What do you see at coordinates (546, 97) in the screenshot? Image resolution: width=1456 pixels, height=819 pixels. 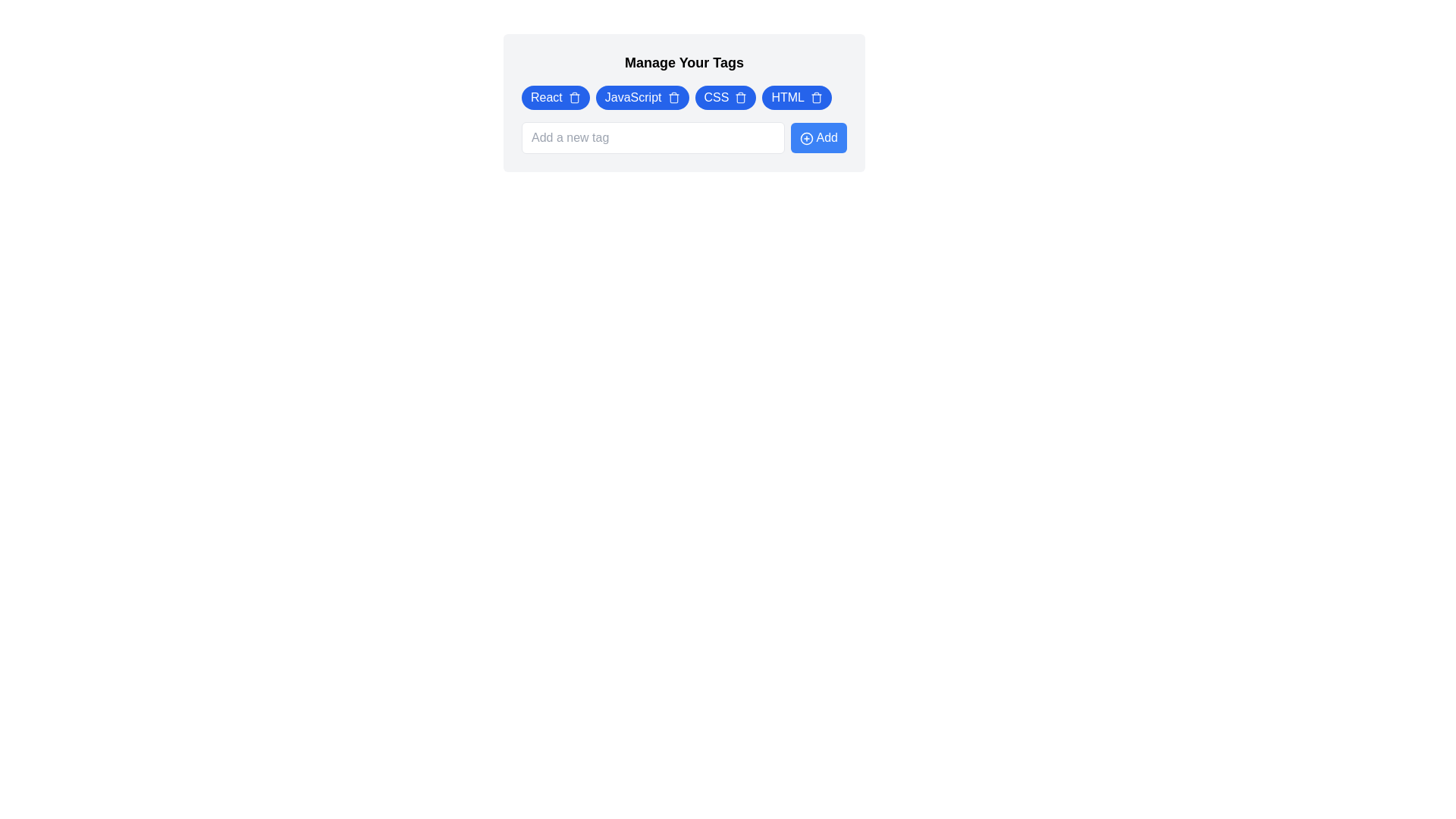 I see `the text label displaying 'React', which is styled with a white font on a blue rectangular background with rounded edges, located in the 'Manage Your Tags' section` at bounding box center [546, 97].